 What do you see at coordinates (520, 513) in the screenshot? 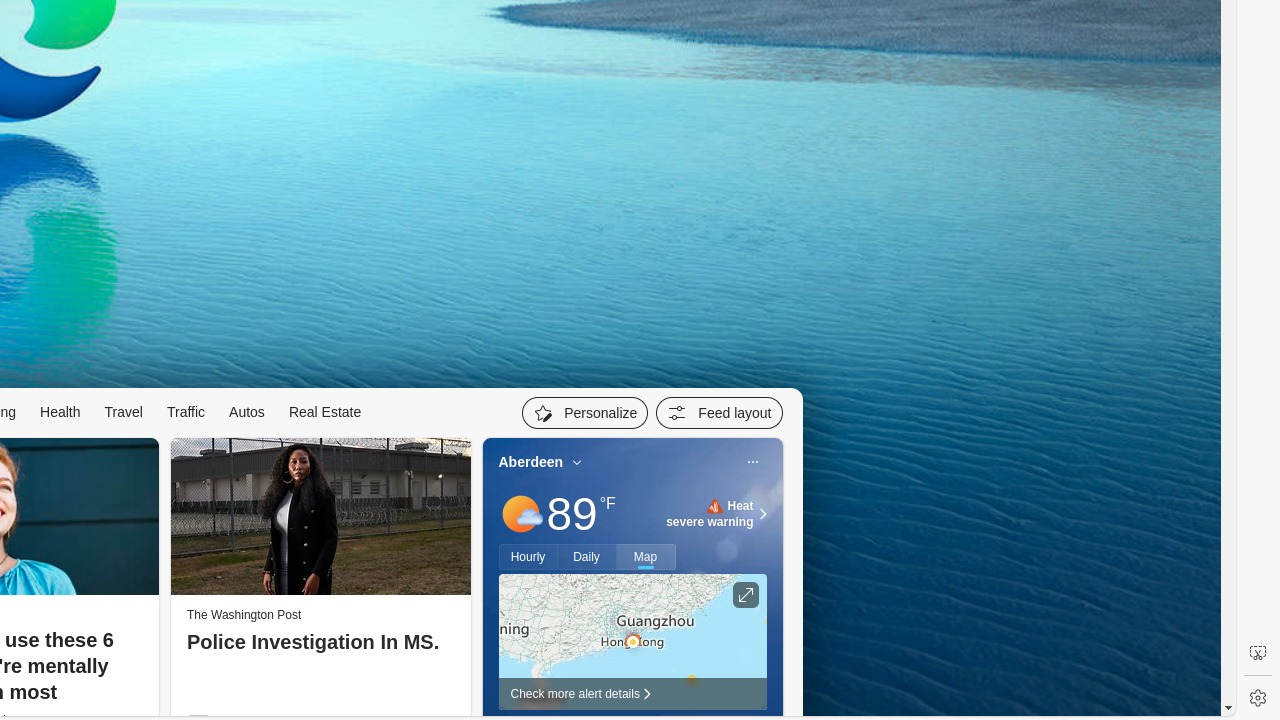
I see `'Mostly sunny'` at bounding box center [520, 513].